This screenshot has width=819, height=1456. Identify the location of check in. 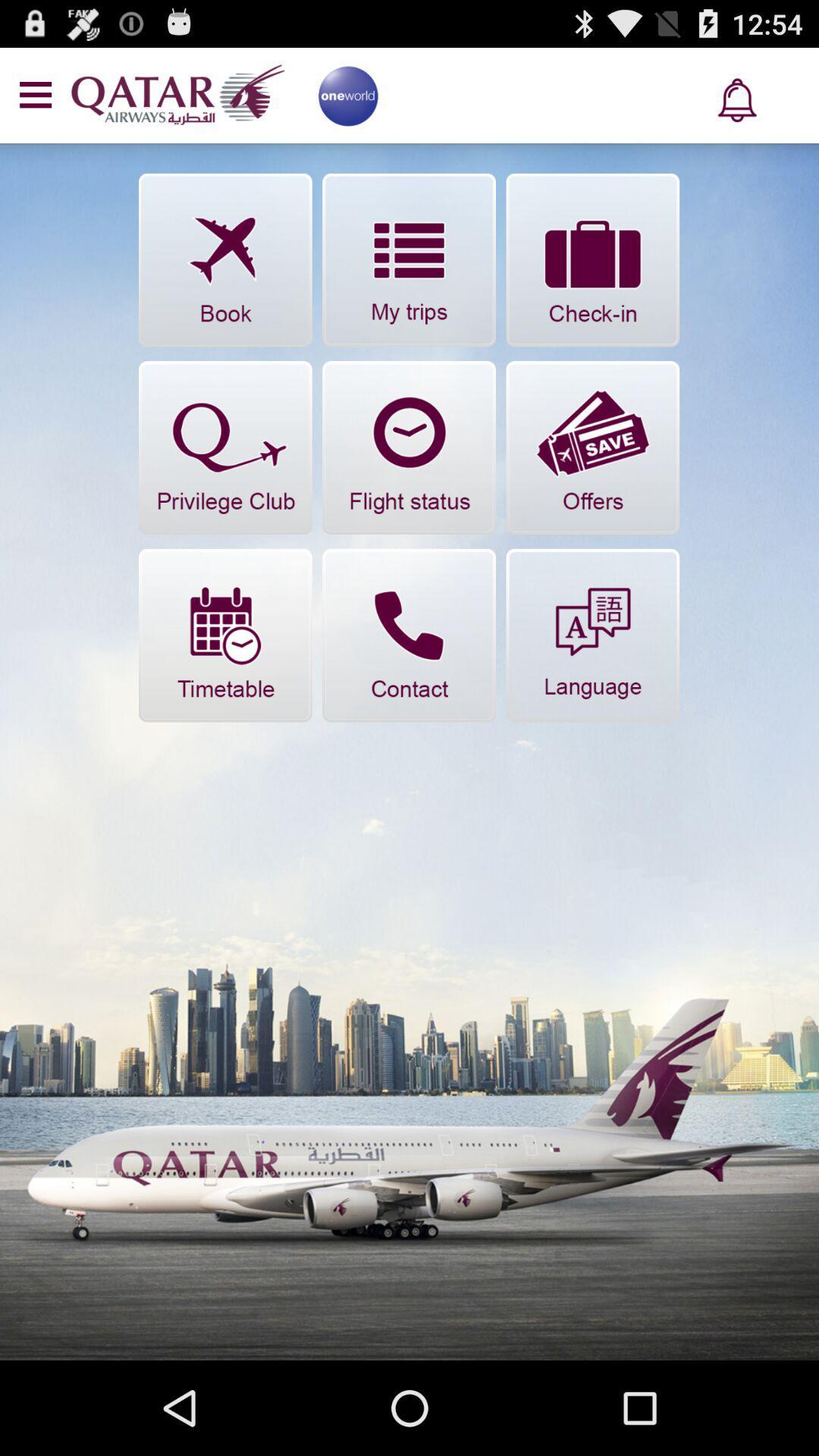
(591, 260).